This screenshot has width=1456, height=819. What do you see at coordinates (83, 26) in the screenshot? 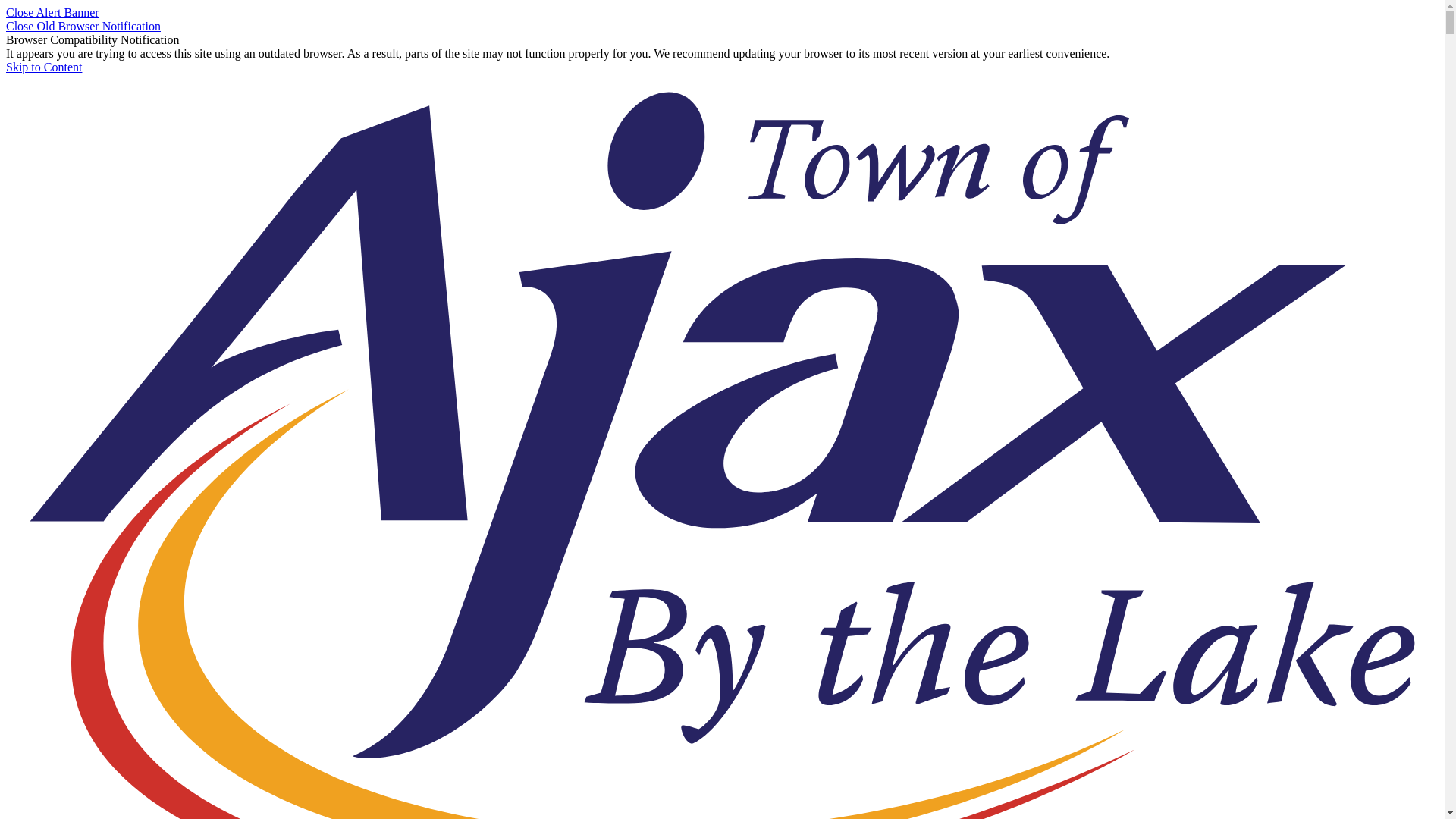
I see `'Close Old Browser Notification'` at bounding box center [83, 26].